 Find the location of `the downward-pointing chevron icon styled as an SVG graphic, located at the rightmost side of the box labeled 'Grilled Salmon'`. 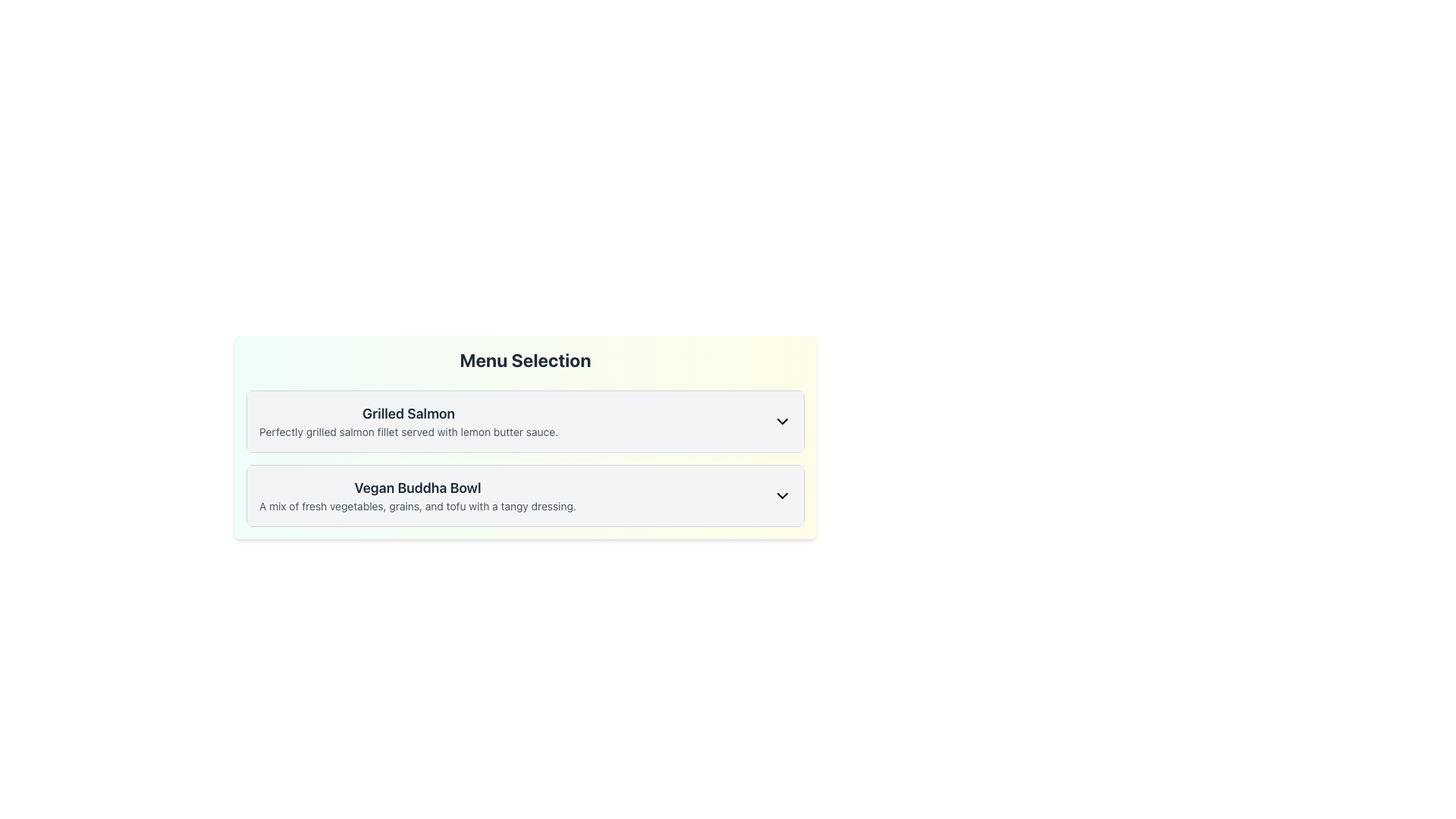

the downward-pointing chevron icon styled as an SVG graphic, located at the rightmost side of the box labeled 'Grilled Salmon' is located at coordinates (783, 421).